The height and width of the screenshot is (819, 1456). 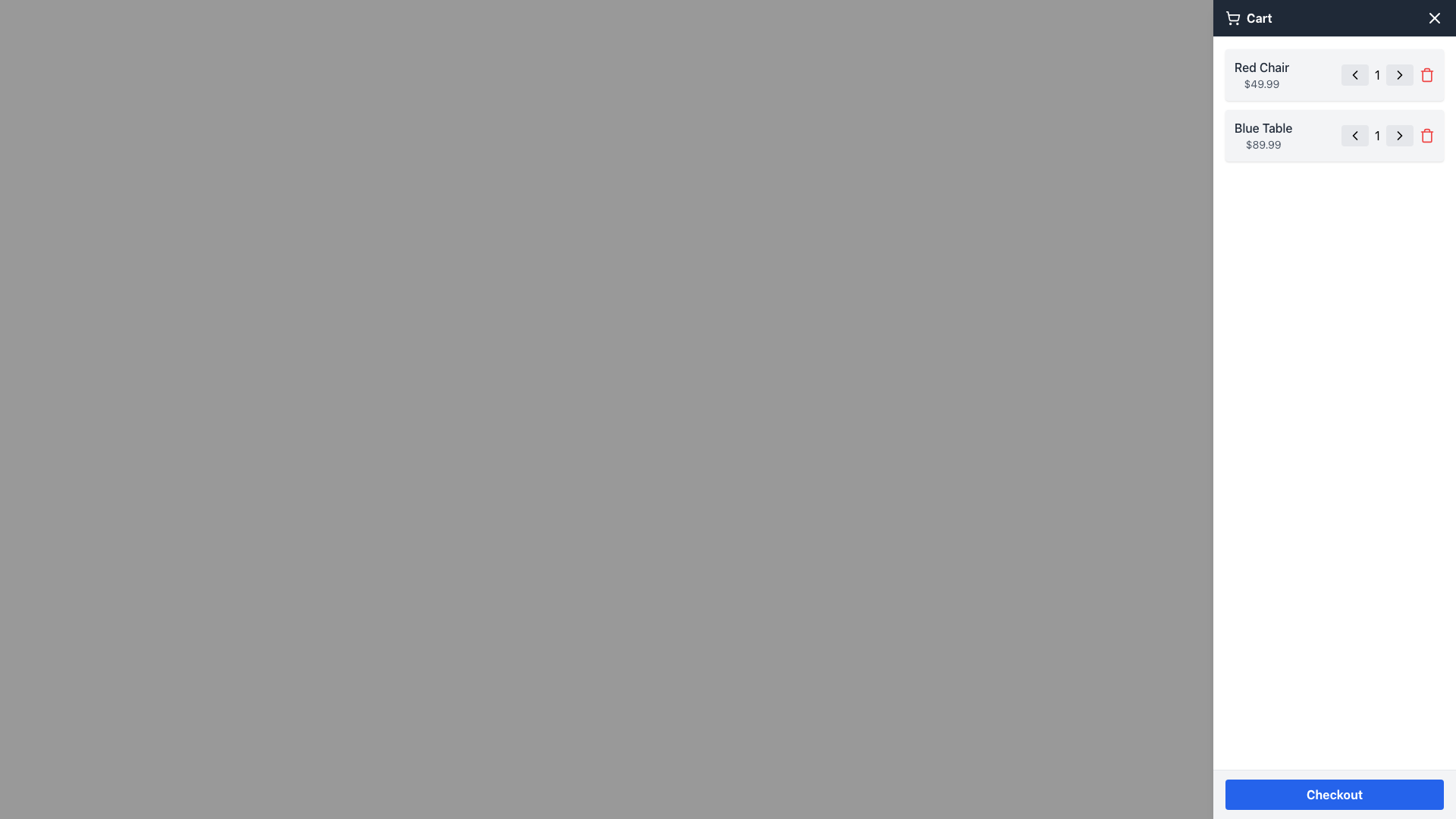 I want to click on the button located in the top-right corner of the cart panel header, so click(x=1433, y=17).